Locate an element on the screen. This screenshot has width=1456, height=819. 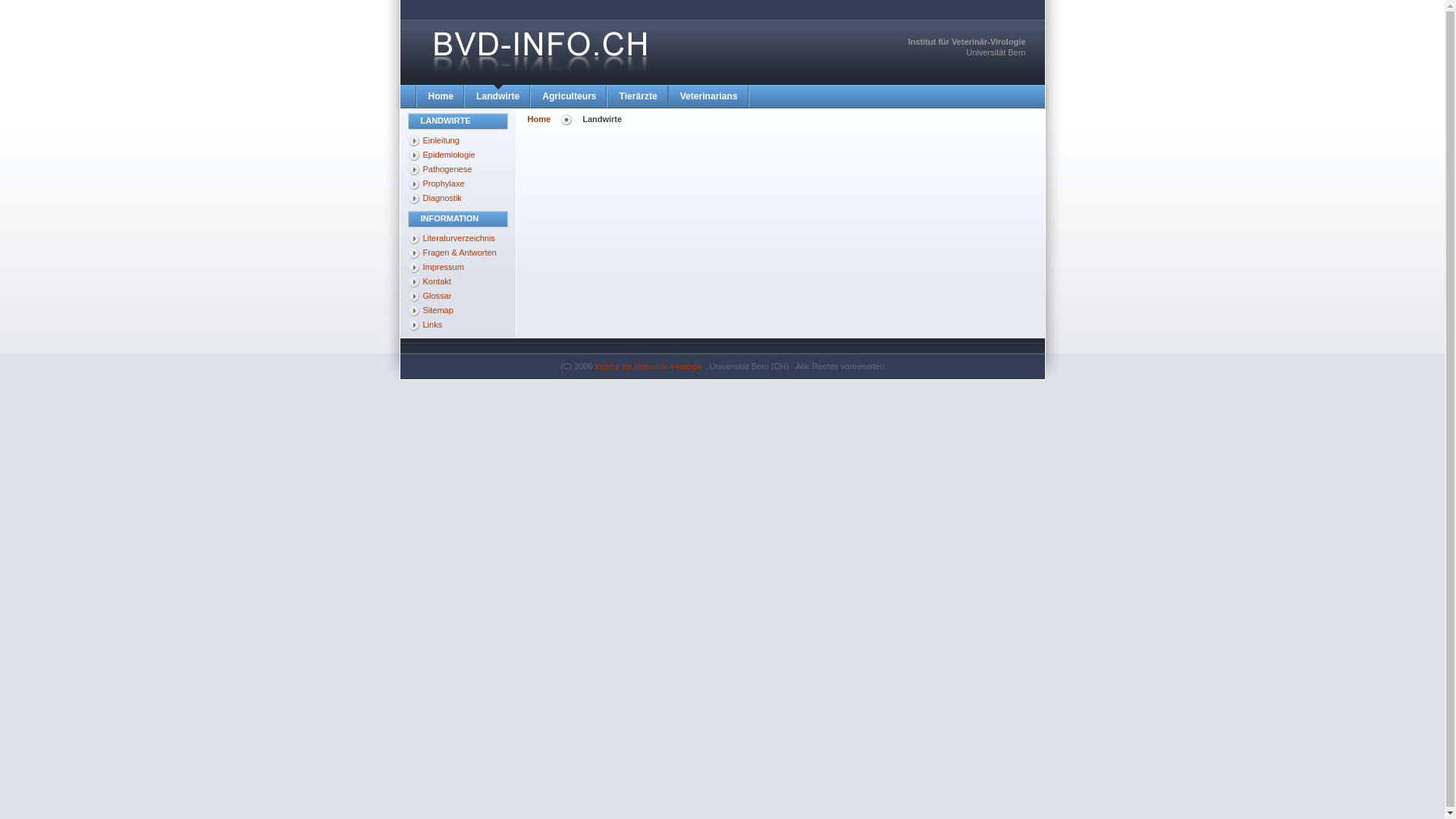
'LANDWIRTE' is located at coordinates (457, 120).